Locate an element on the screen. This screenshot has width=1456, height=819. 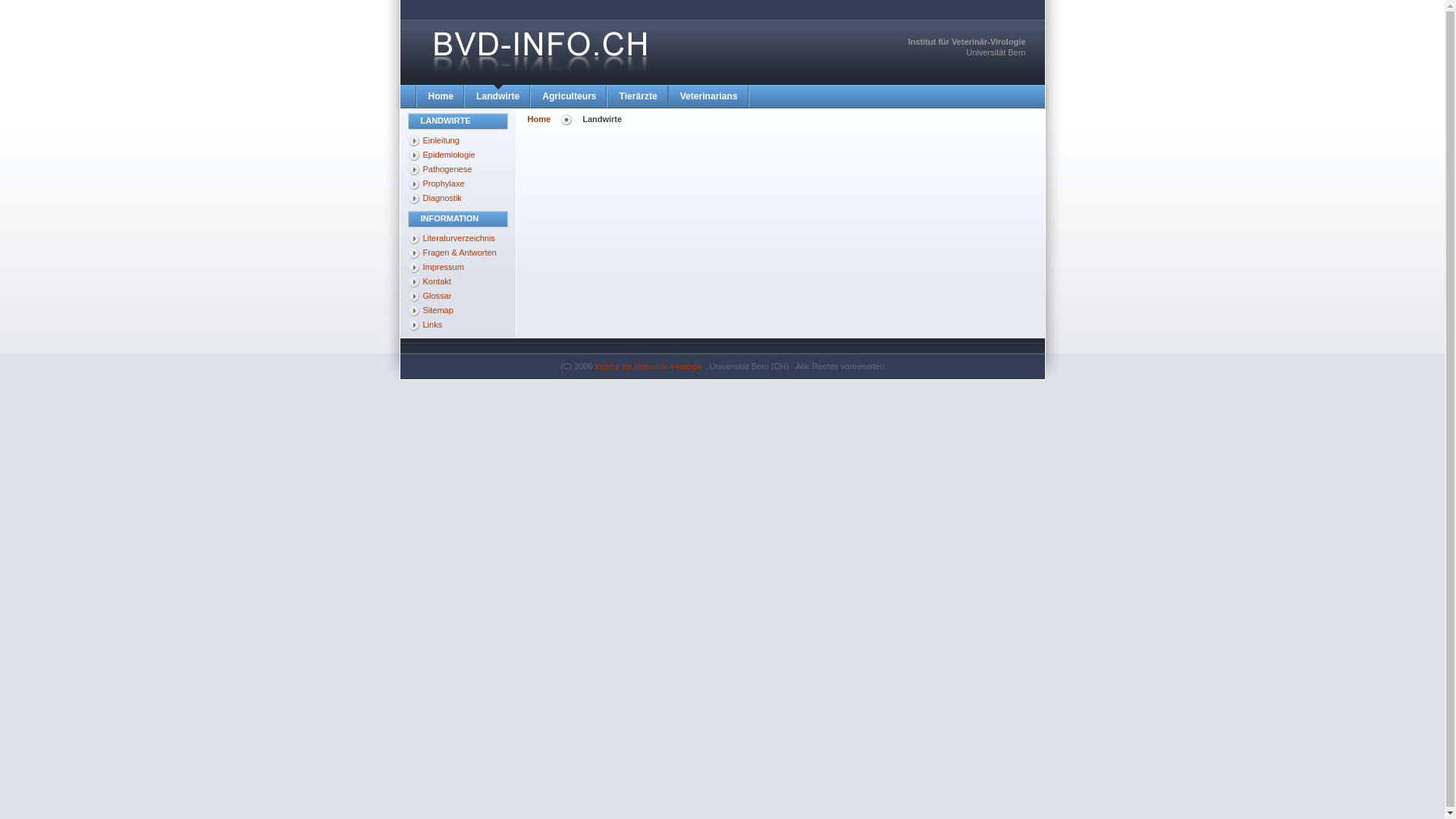
'LANDWIRTE' is located at coordinates (457, 120).